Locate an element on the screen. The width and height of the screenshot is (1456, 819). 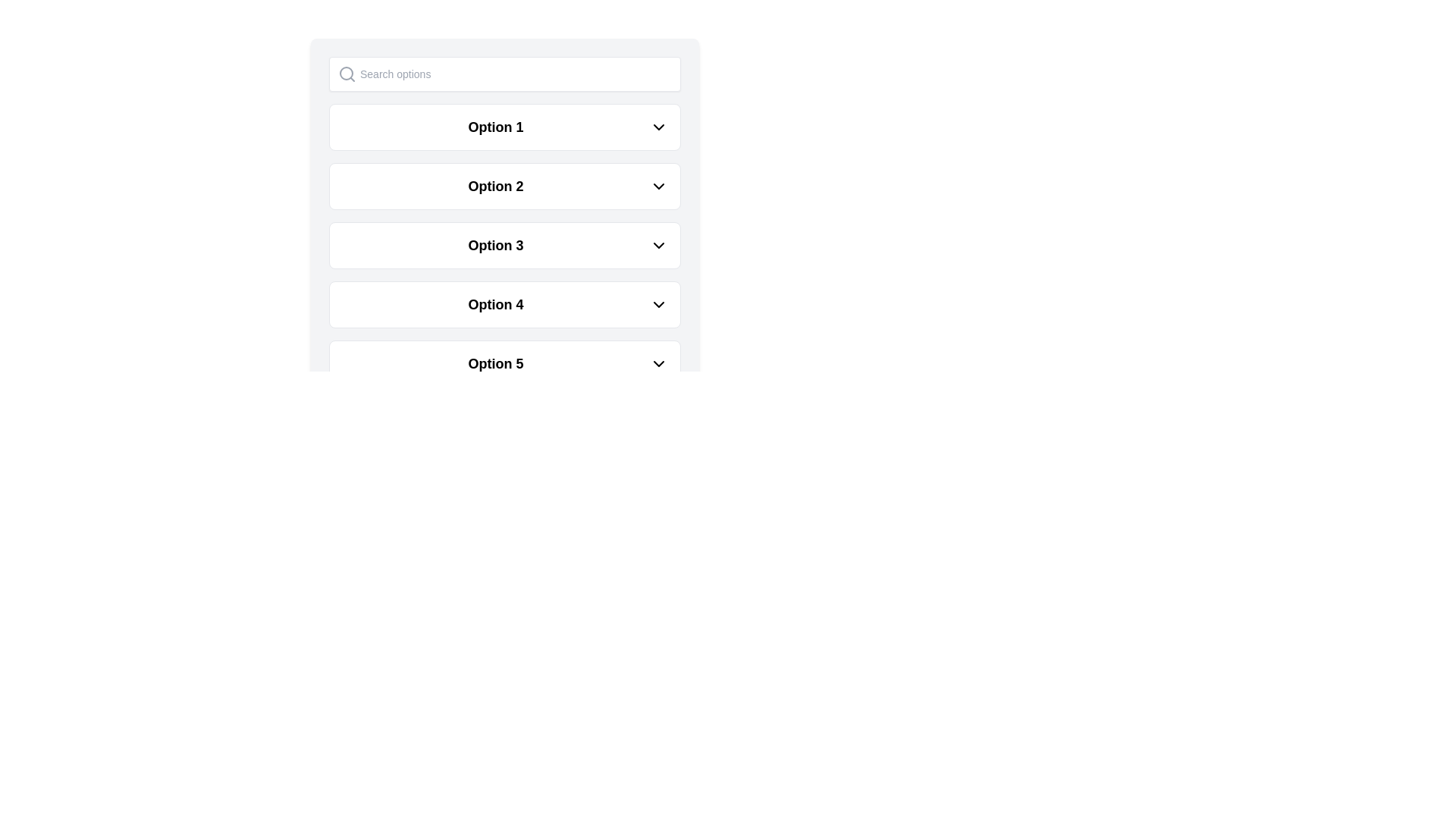
the selectable list item labeled 'Option 3' is located at coordinates (505, 245).